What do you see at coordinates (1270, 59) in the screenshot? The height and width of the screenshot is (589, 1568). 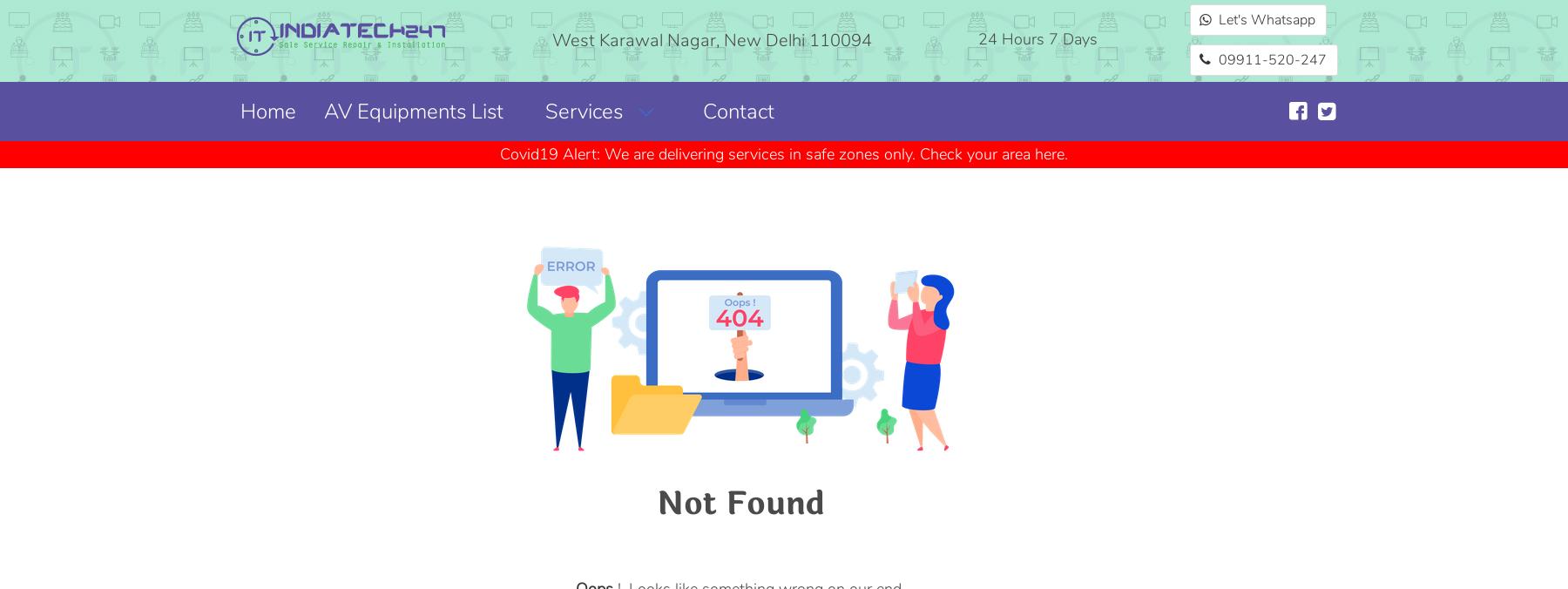 I see `'09911-520-247'` at bounding box center [1270, 59].